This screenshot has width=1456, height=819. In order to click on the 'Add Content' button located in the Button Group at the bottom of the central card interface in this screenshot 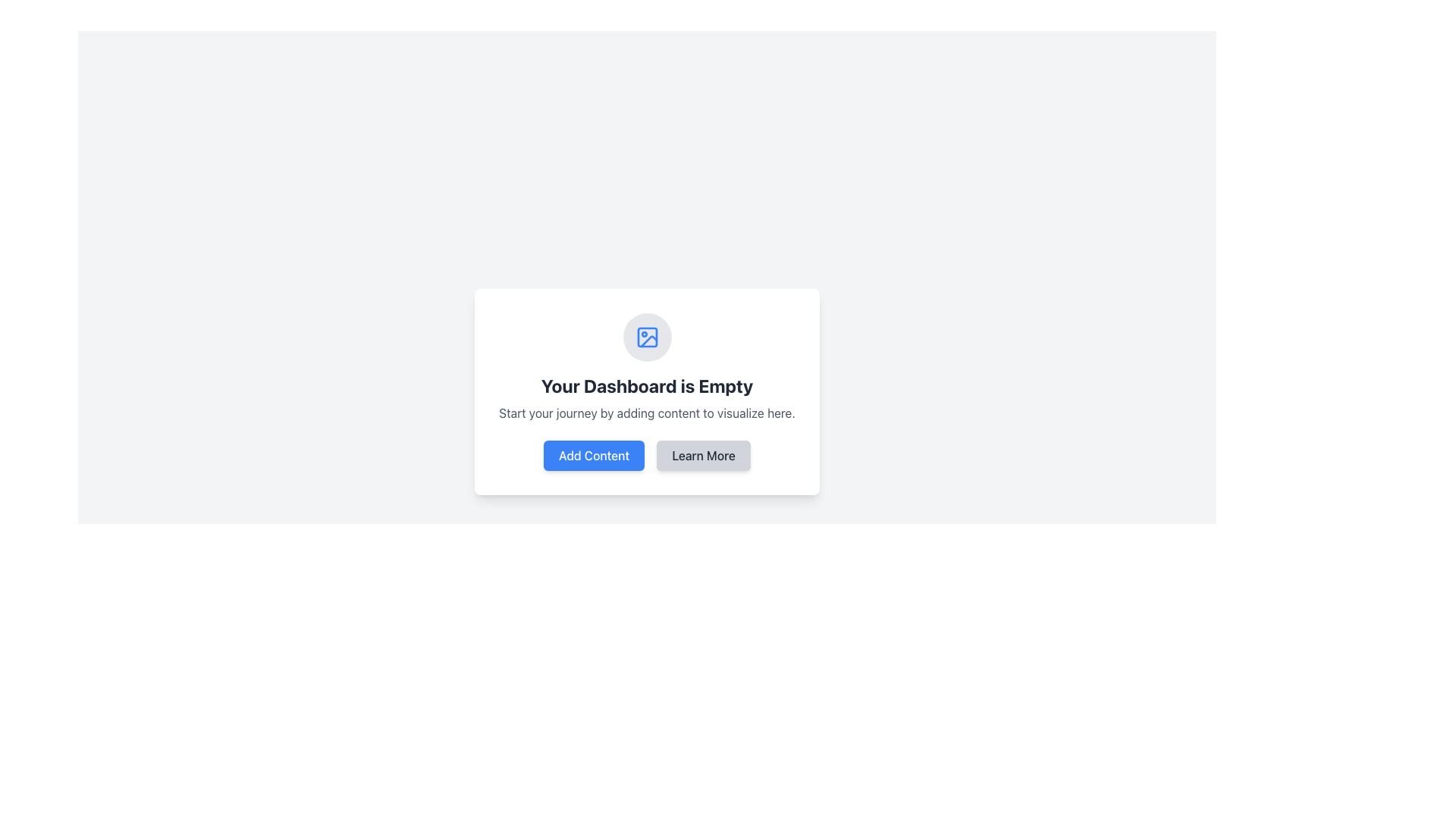, I will do `click(647, 455)`.